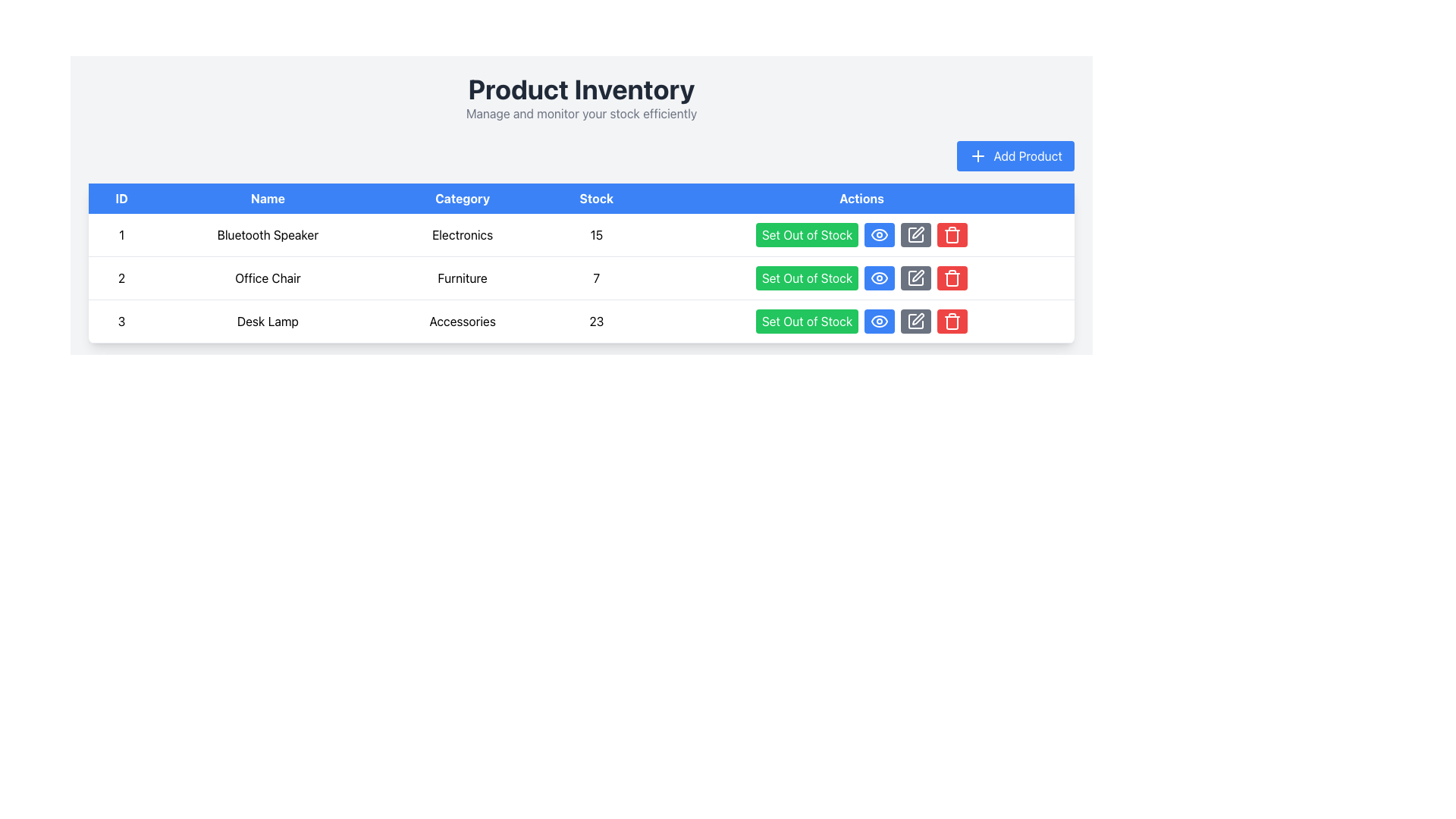 This screenshot has width=1456, height=819. Describe the element at coordinates (915, 234) in the screenshot. I see `the edit icon in the Actions column of the table, specifically the second icon from the left, to initiate an edit action for the 'Office Chair' item` at that location.